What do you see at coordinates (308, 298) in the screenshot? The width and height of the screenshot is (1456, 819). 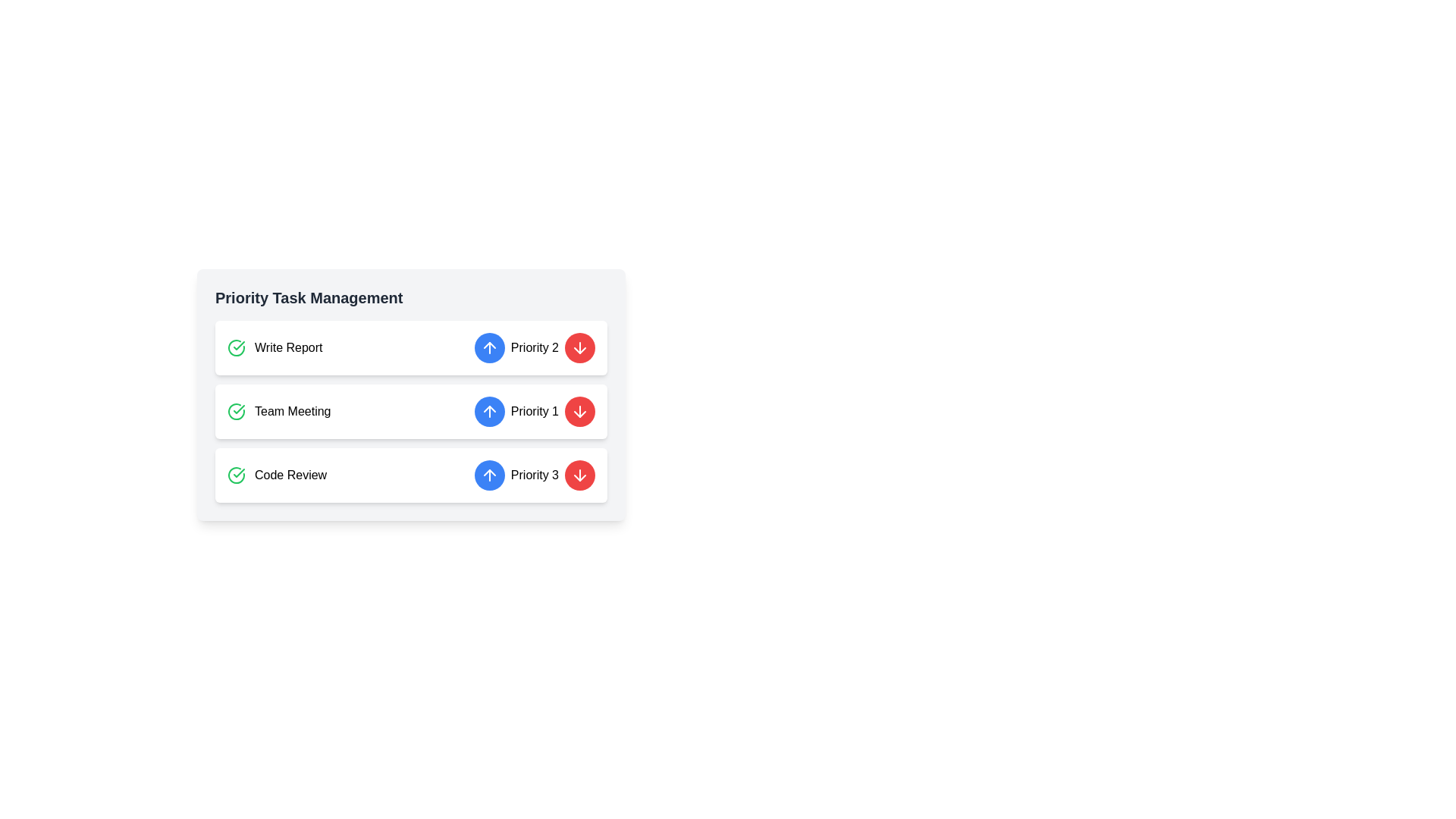 I see `text label 'Priority Task Management' which is a bold header positioned at the top of the task management card component` at bounding box center [308, 298].